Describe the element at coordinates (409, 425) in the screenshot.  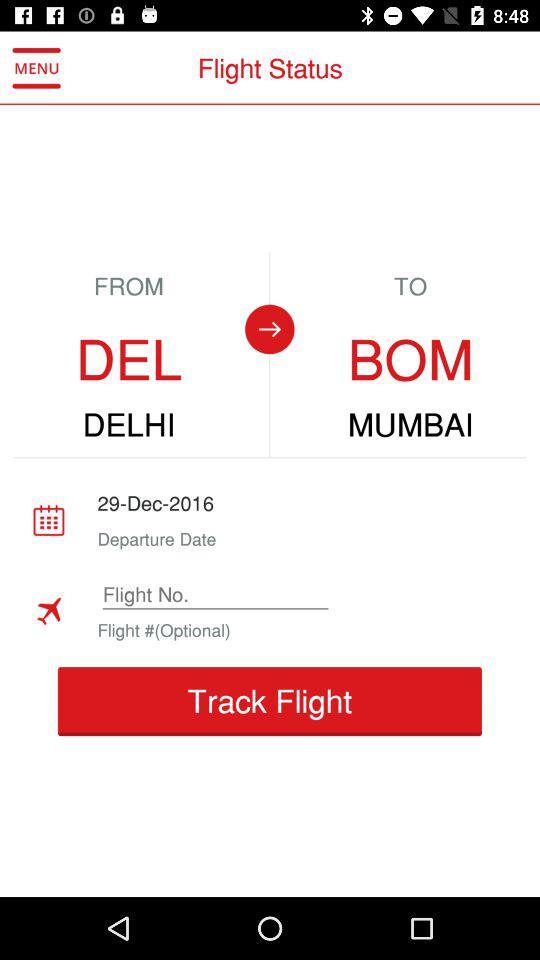
I see `the mumbai` at that location.